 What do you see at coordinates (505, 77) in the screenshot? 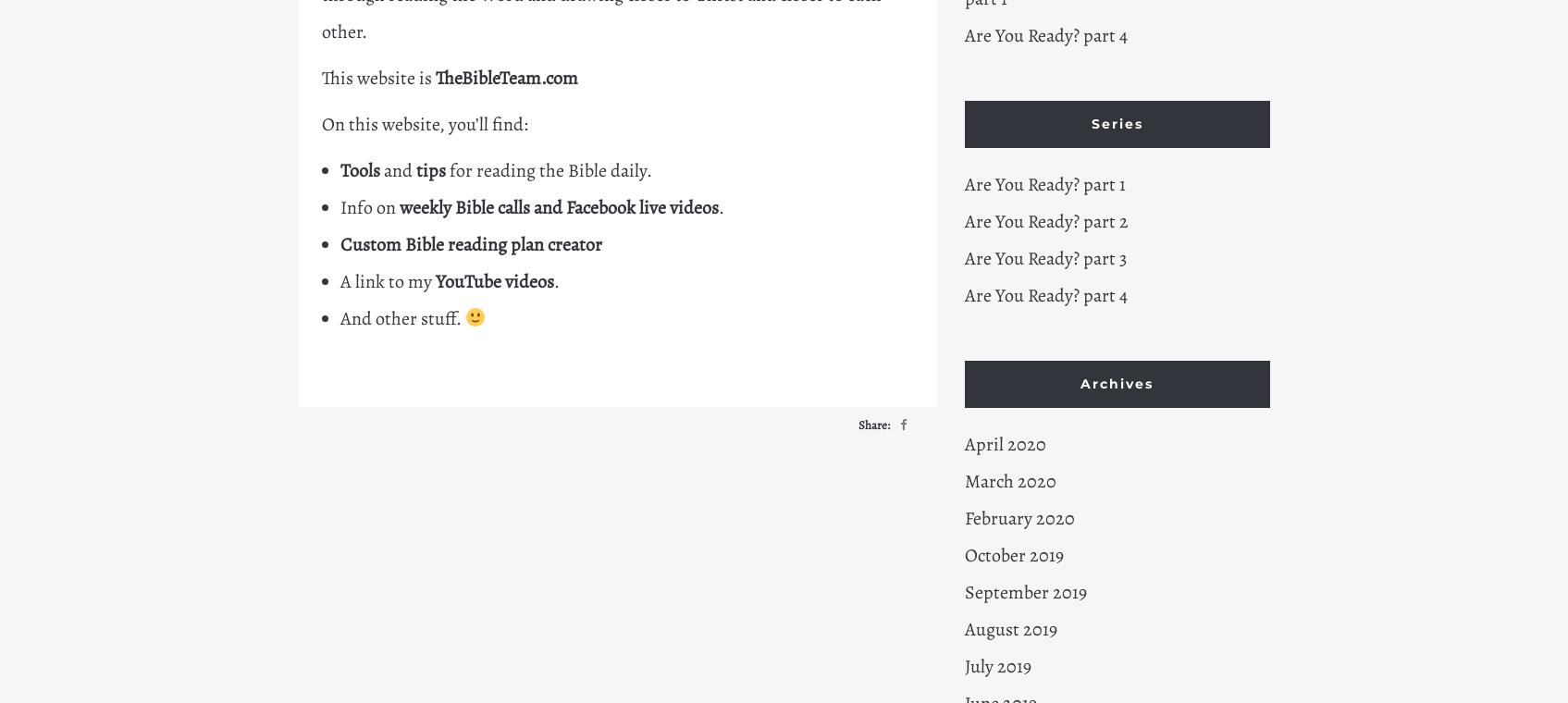
I see `'TheBibleTeam.com'` at bounding box center [505, 77].